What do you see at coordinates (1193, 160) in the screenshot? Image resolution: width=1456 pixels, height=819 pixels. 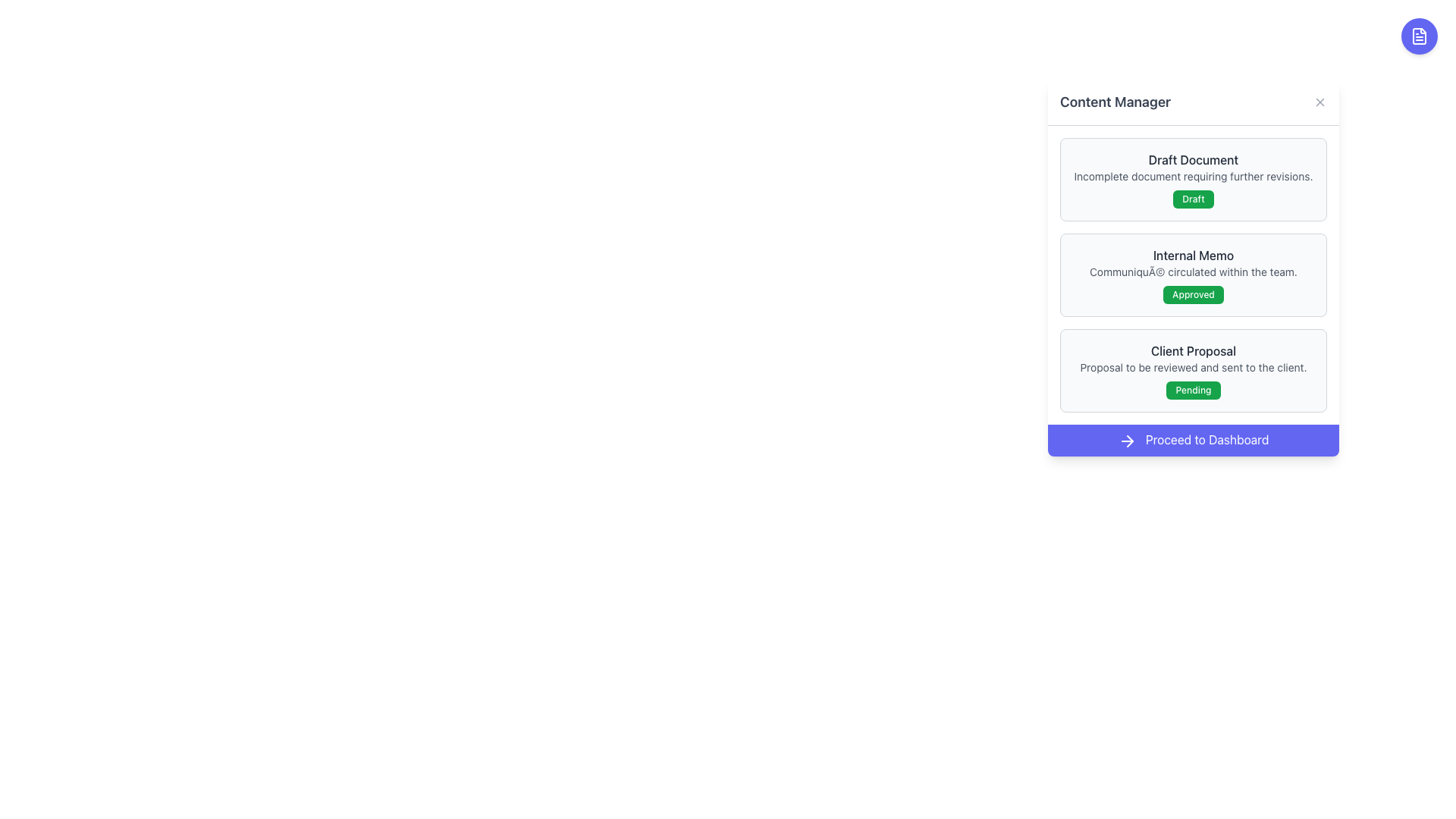 I see `the static text label reading 'Draft Document' which is styled with gray-colored text and positioned at the top of the first content card in the panel` at bounding box center [1193, 160].